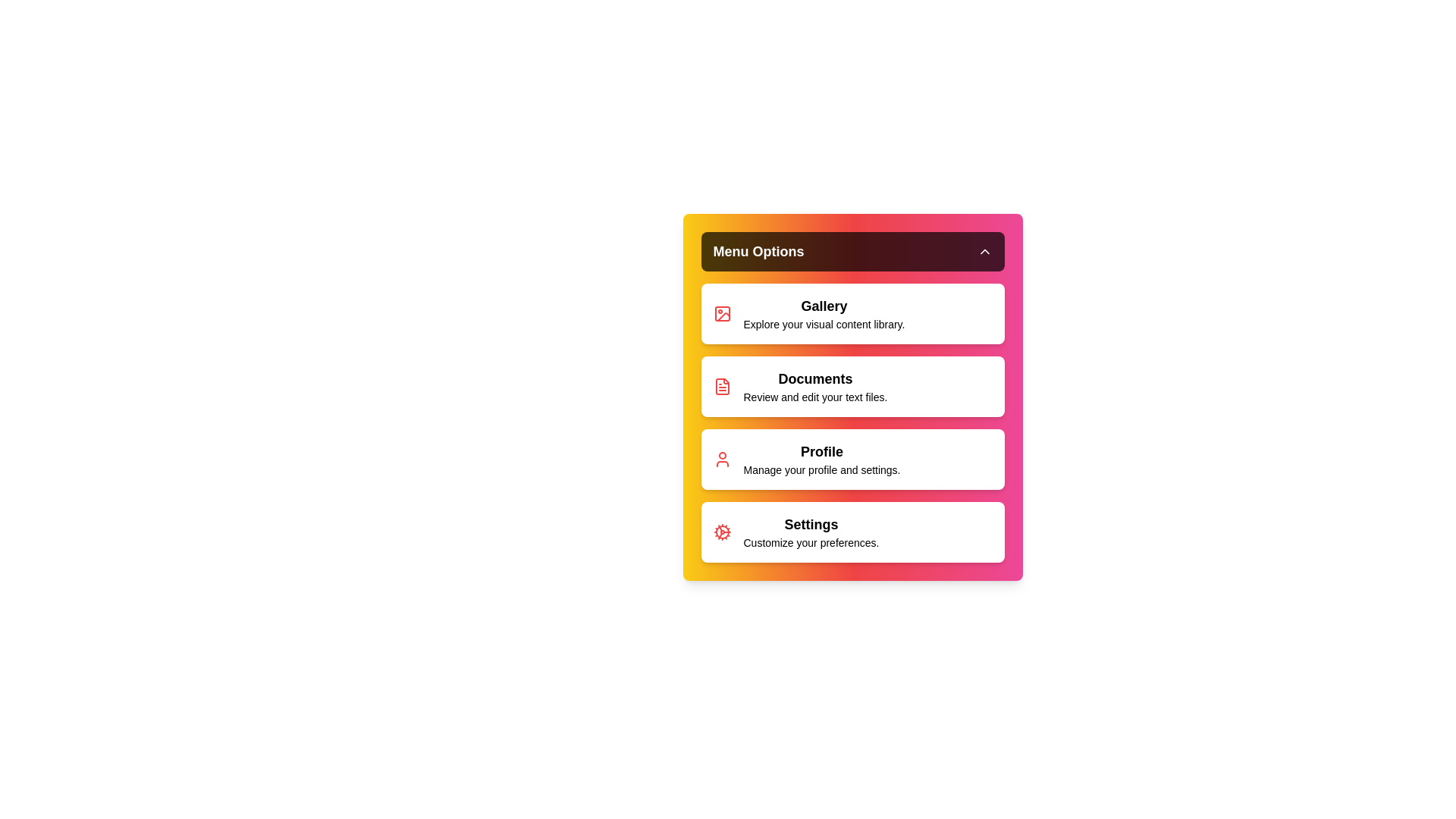  I want to click on menu button to toggle the dropdown menu visibility, so click(852, 250).